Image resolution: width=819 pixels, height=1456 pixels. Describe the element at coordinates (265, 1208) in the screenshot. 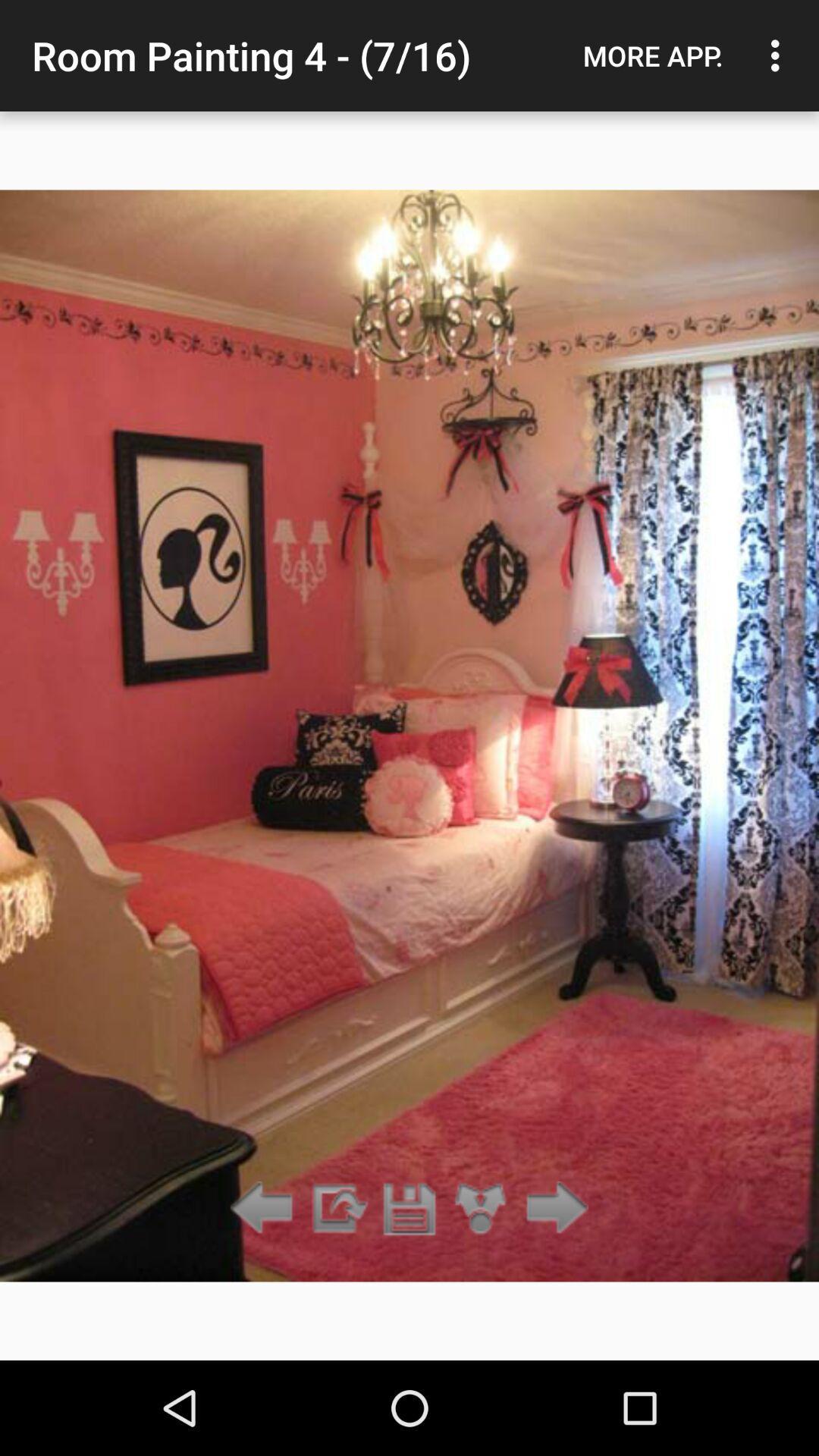

I see `go back` at that location.